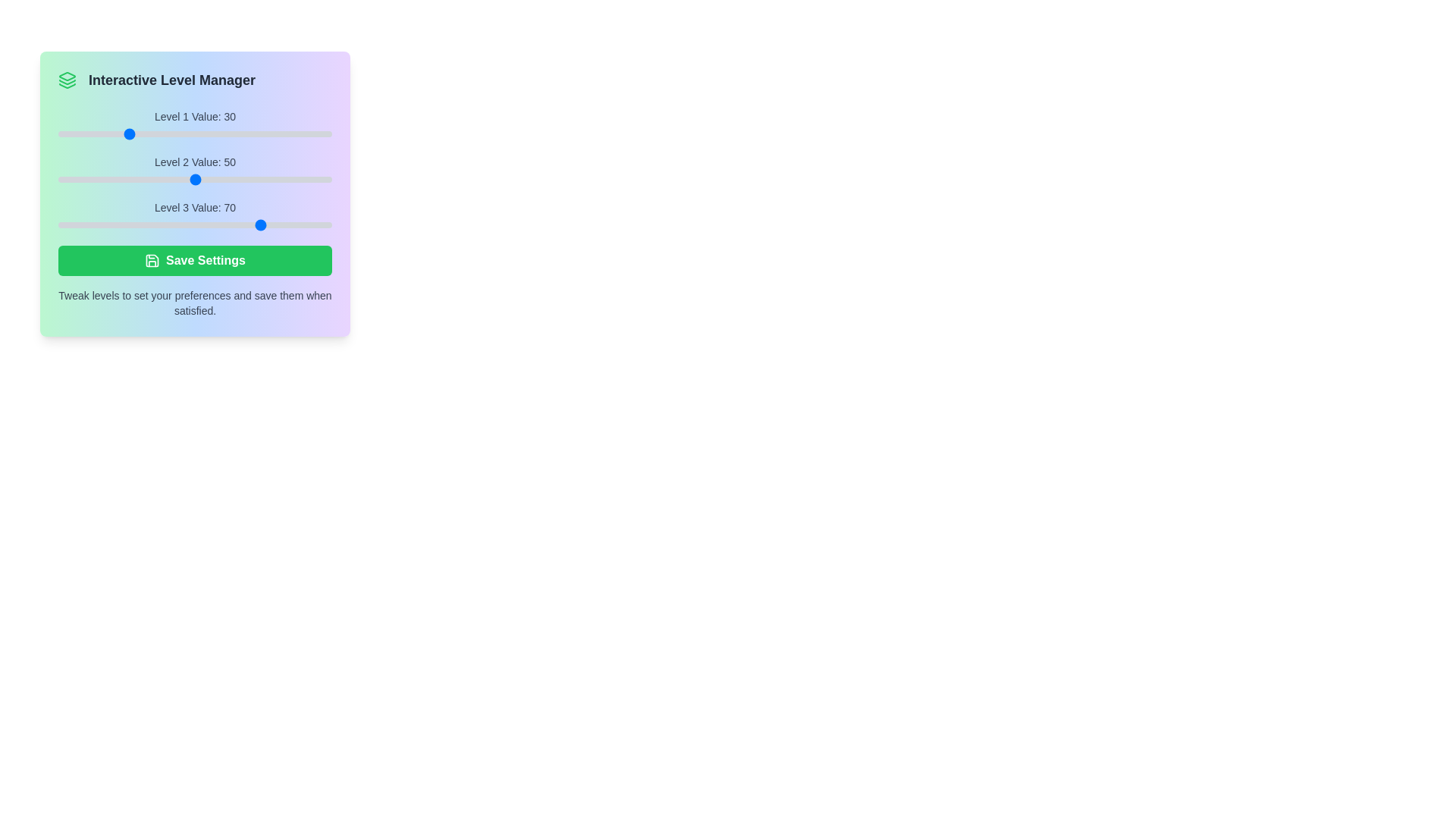 This screenshot has width=1456, height=819. Describe the element at coordinates (194, 171) in the screenshot. I see `the circular handle of the second slider labeled 'Level 2 Value: 50'` at that location.